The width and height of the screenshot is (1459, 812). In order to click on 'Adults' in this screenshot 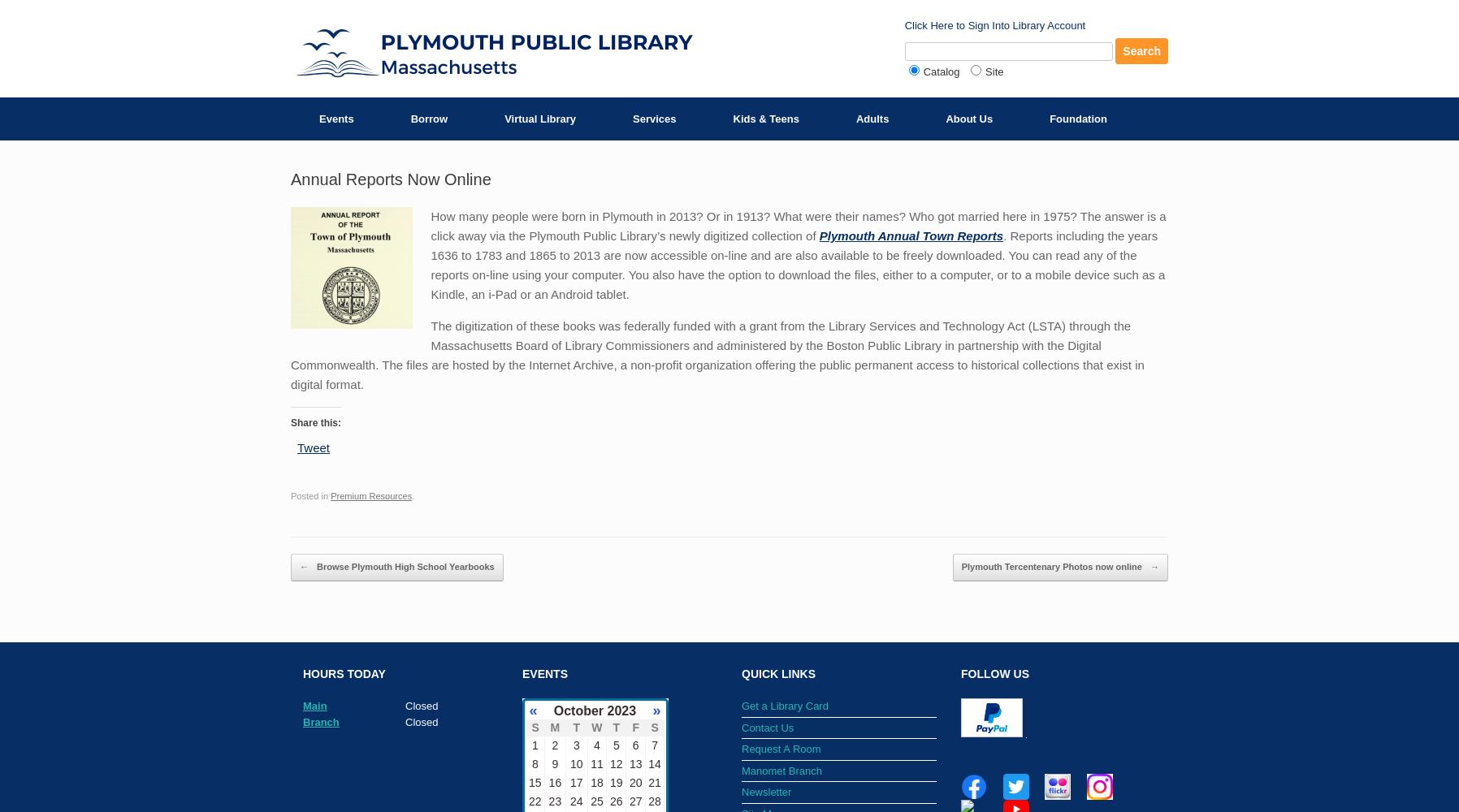, I will do `click(871, 119)`.